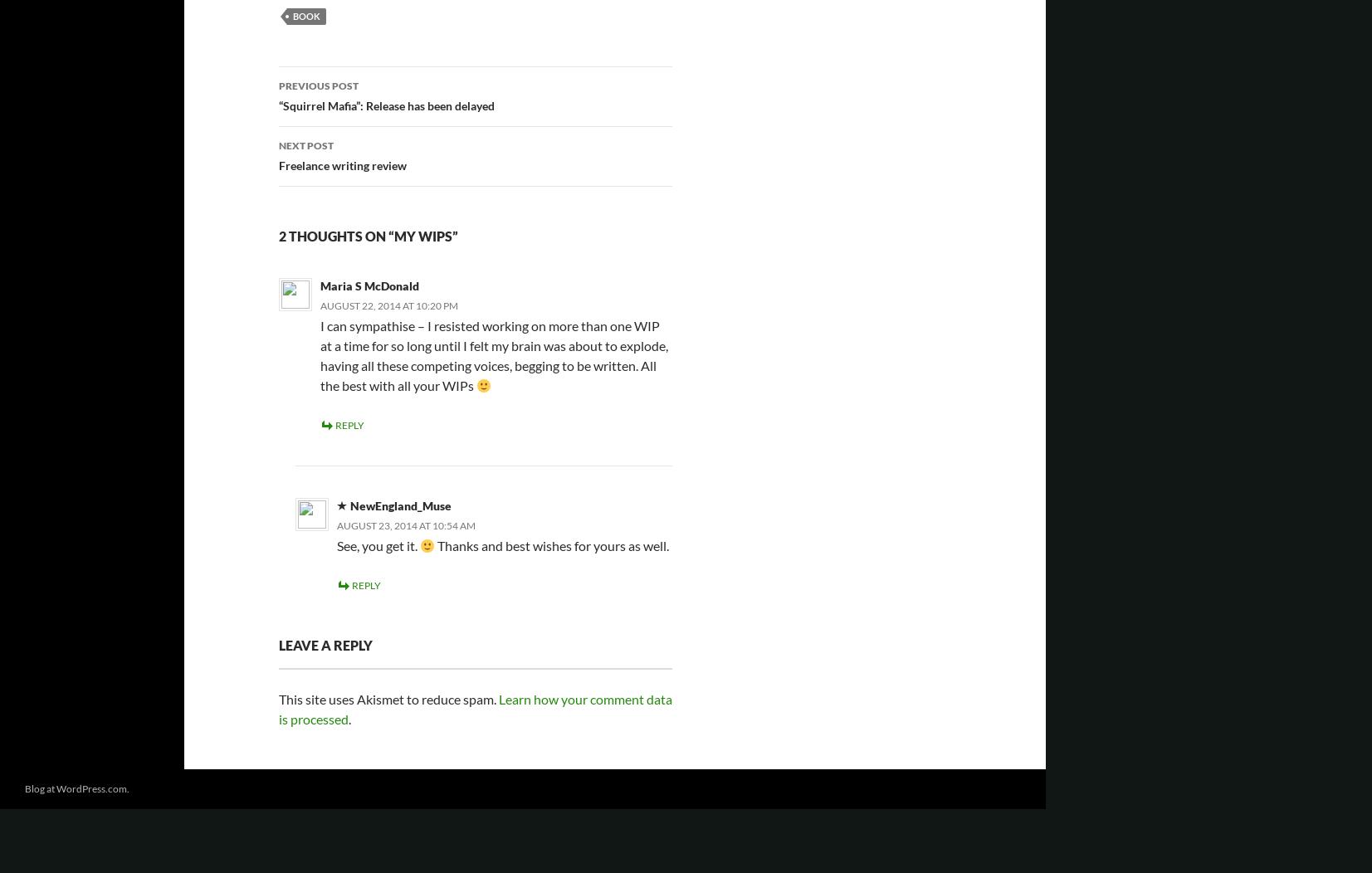 The height and width of the screenshot is (873, 1372). I want to click on 'This site uses Akismet to reduce spam.', so click(388, 697).